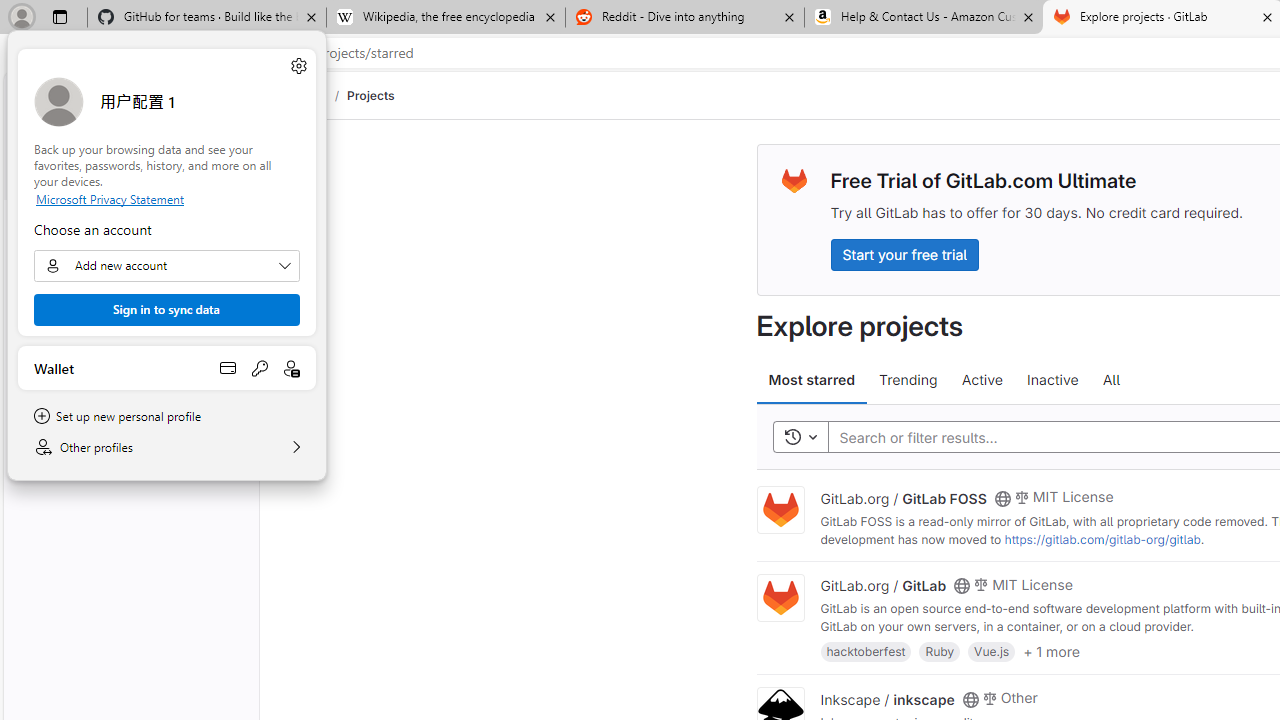 The image size is (1280, 720). Describe the element at coordinates (982, 380) in the screenshot. I see `'Active'` at that location.